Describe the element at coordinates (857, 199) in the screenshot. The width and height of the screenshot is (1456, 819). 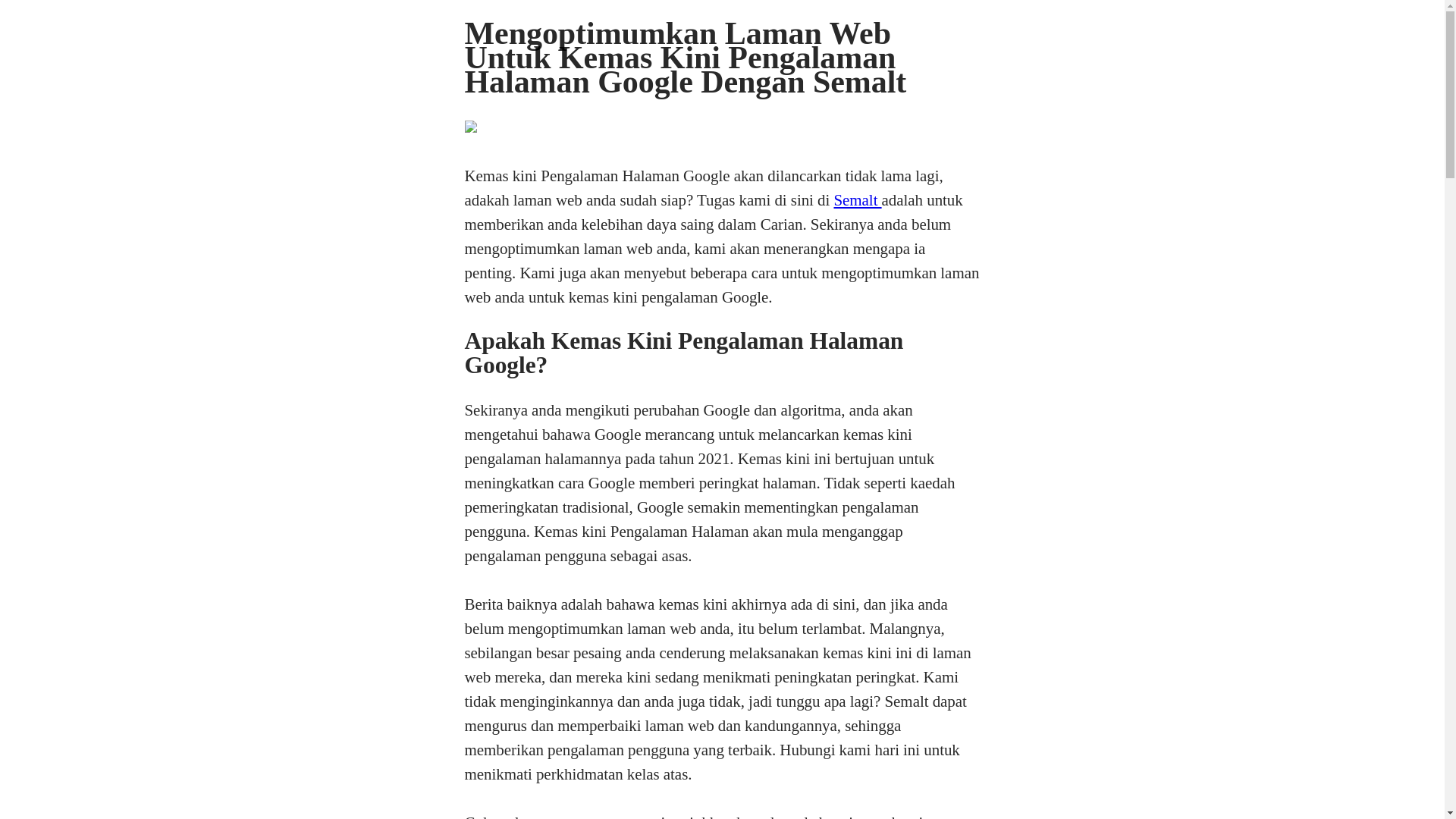
I see `'Semalt'` at that location.